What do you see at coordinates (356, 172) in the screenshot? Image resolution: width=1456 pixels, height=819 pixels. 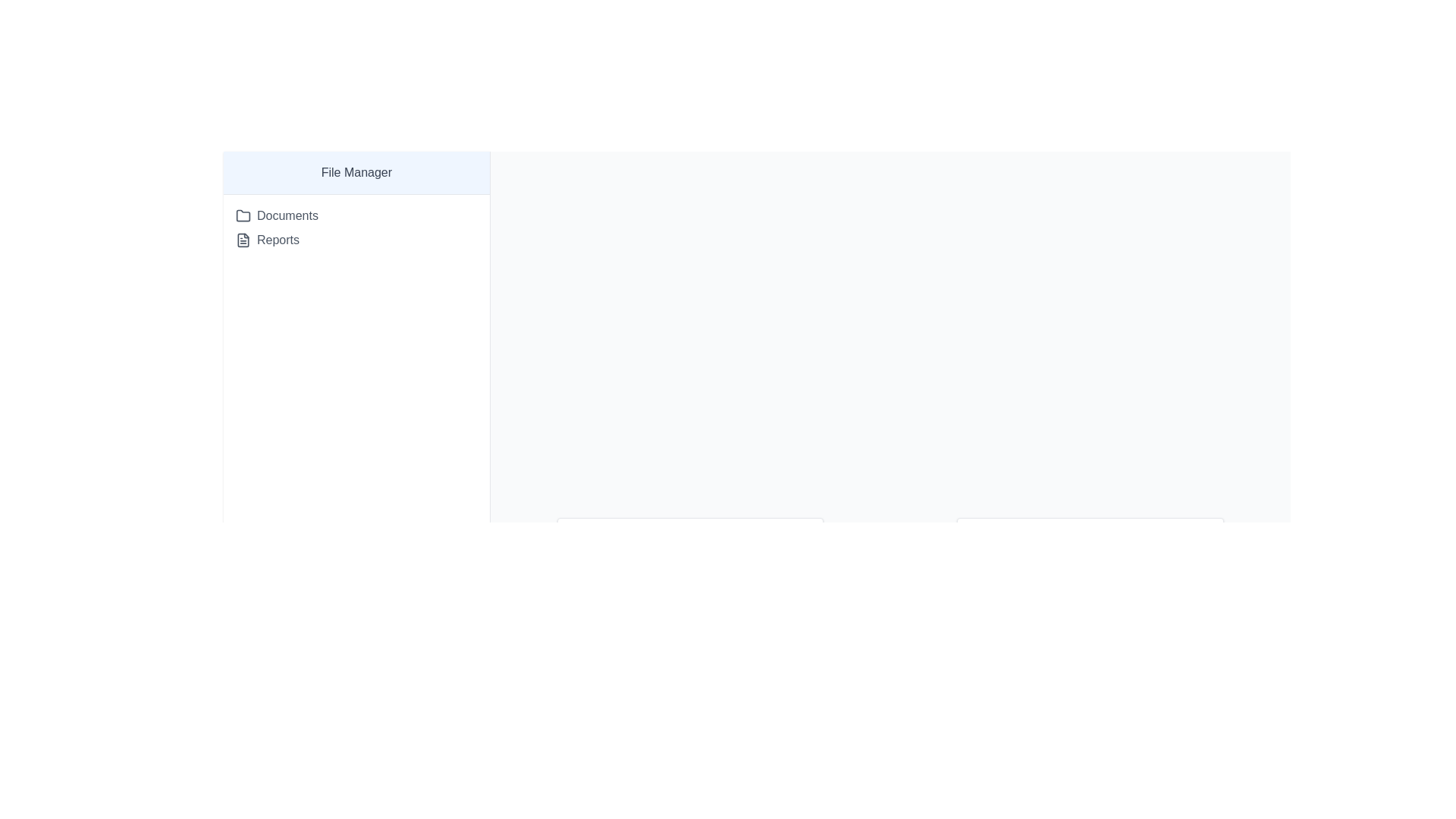 I see `the 'File Manager' text label, which is a bold heading located at the top of the columnar section with a light blue background` at bounding box center [356, 172].